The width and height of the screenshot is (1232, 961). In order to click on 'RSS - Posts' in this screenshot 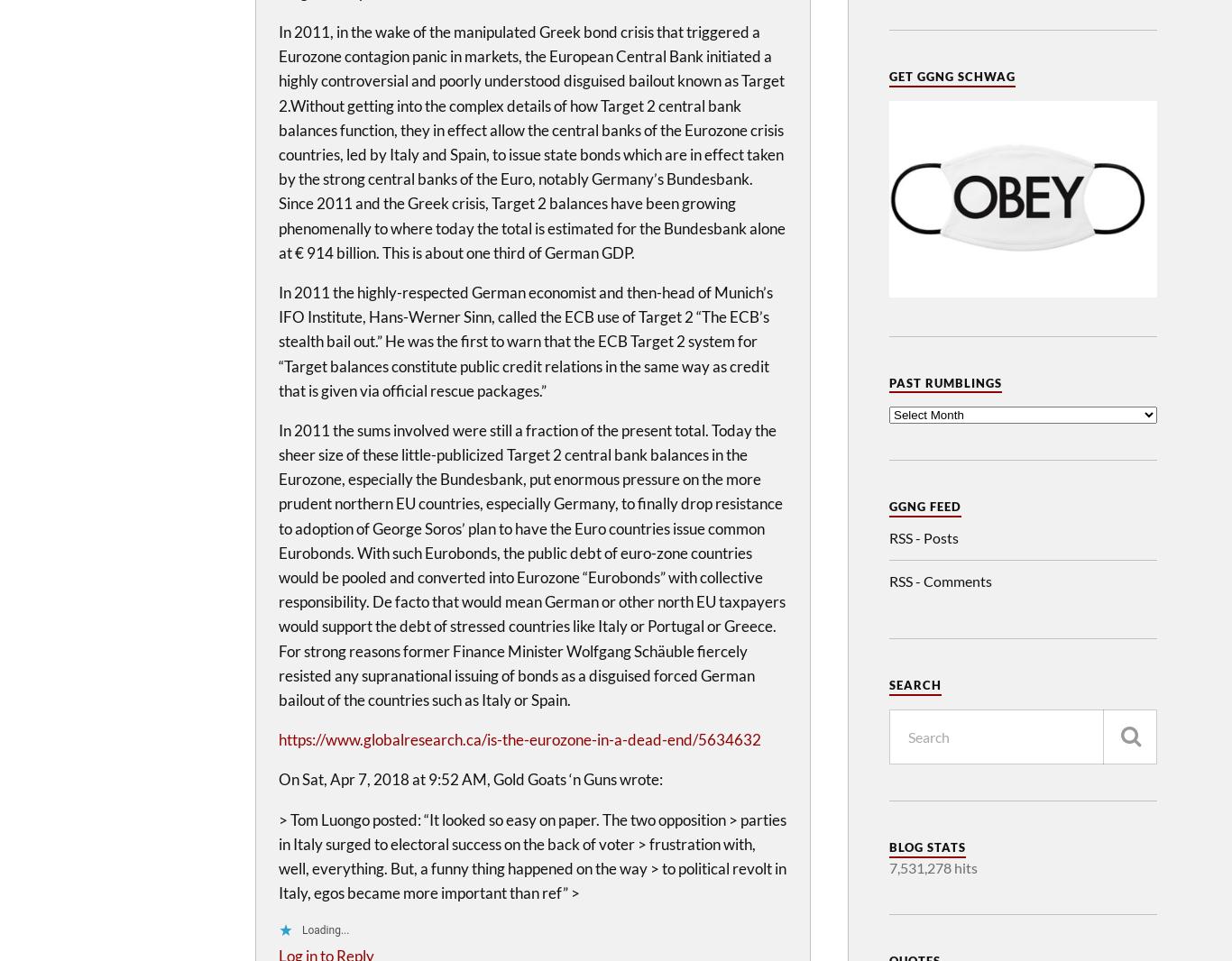, I will do `click(924, 536)`.